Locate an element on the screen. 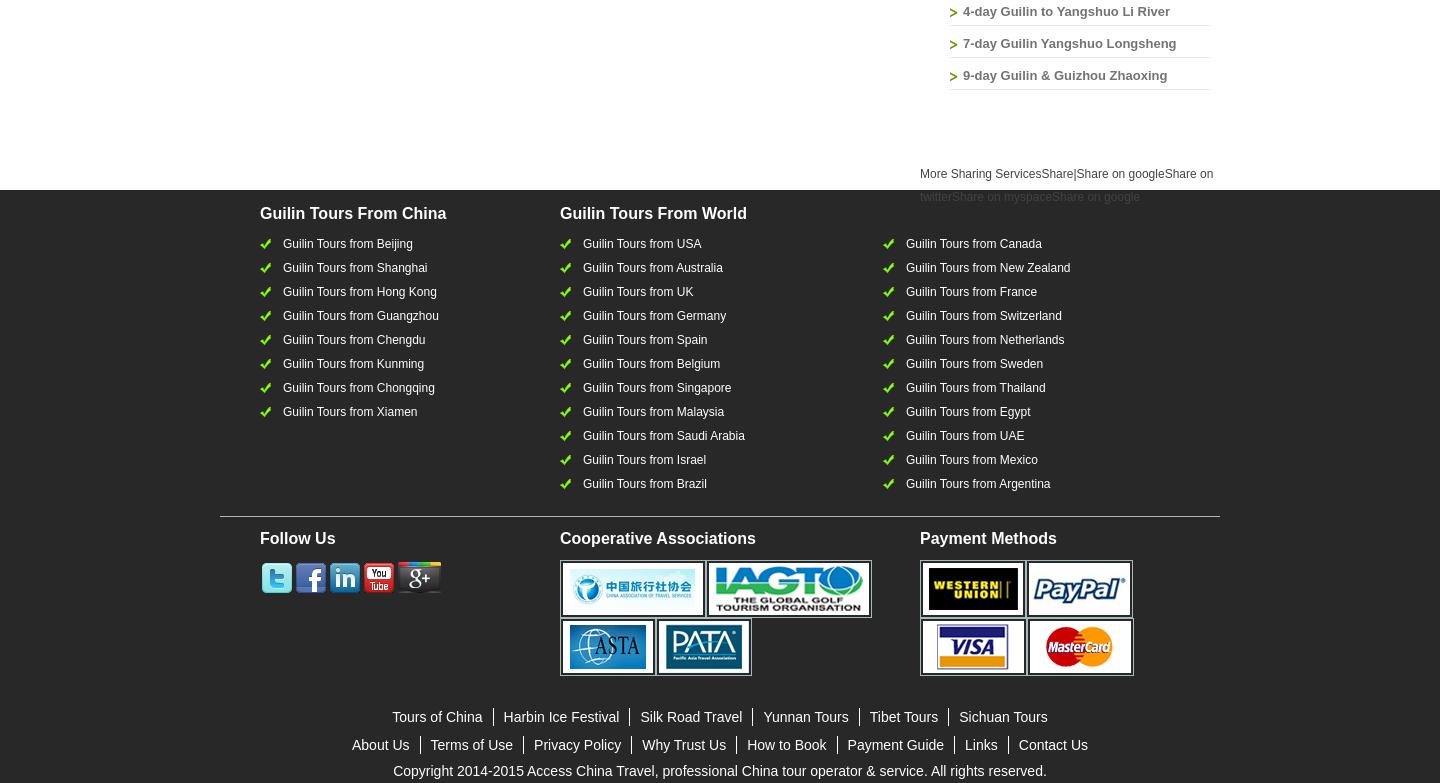  'Guilin Tours from Netherlands' is located at coordinates (983, 339).